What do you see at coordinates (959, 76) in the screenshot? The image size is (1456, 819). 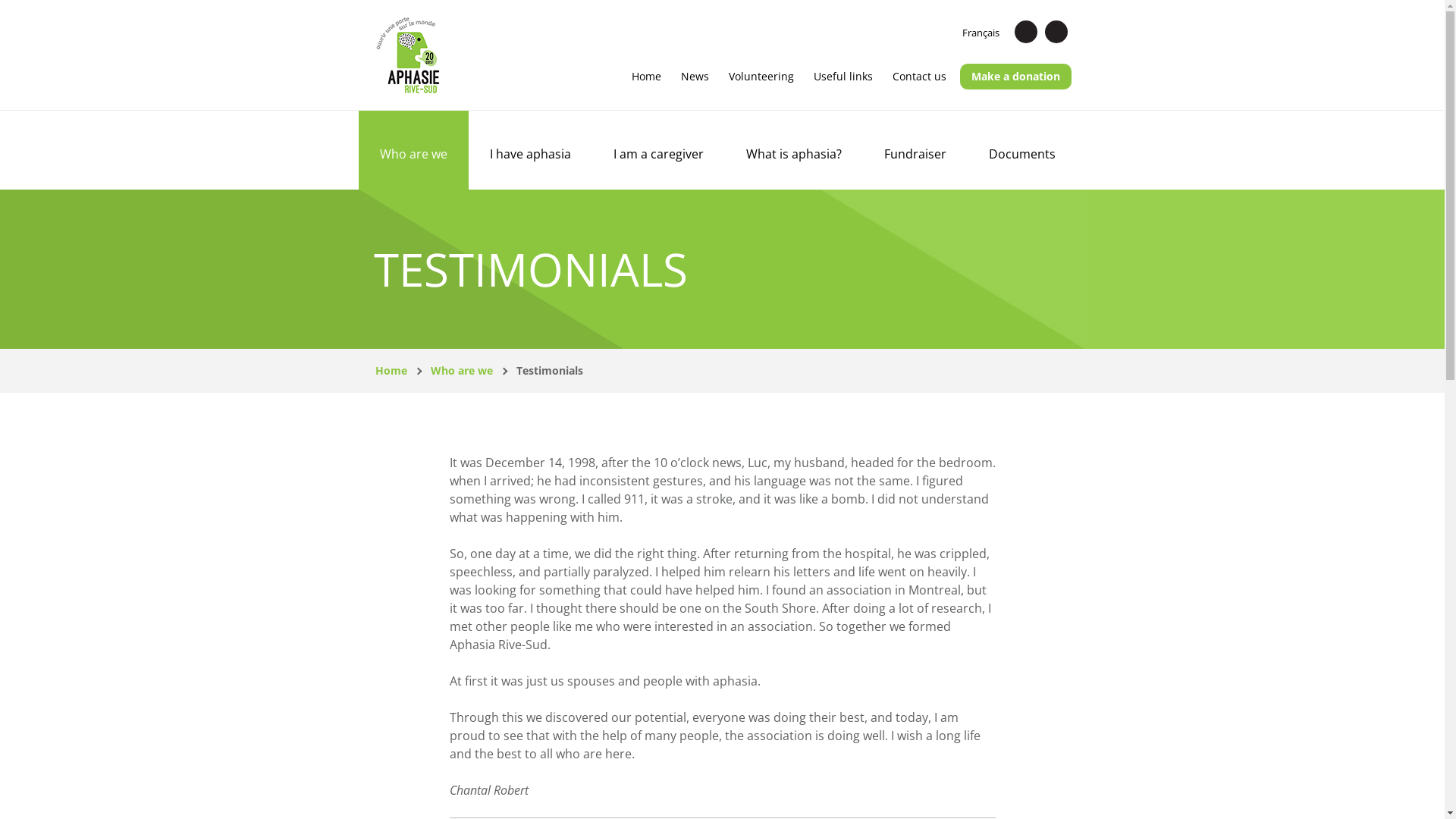 I see `'Make a donation'` at bounding box center [959, 76].